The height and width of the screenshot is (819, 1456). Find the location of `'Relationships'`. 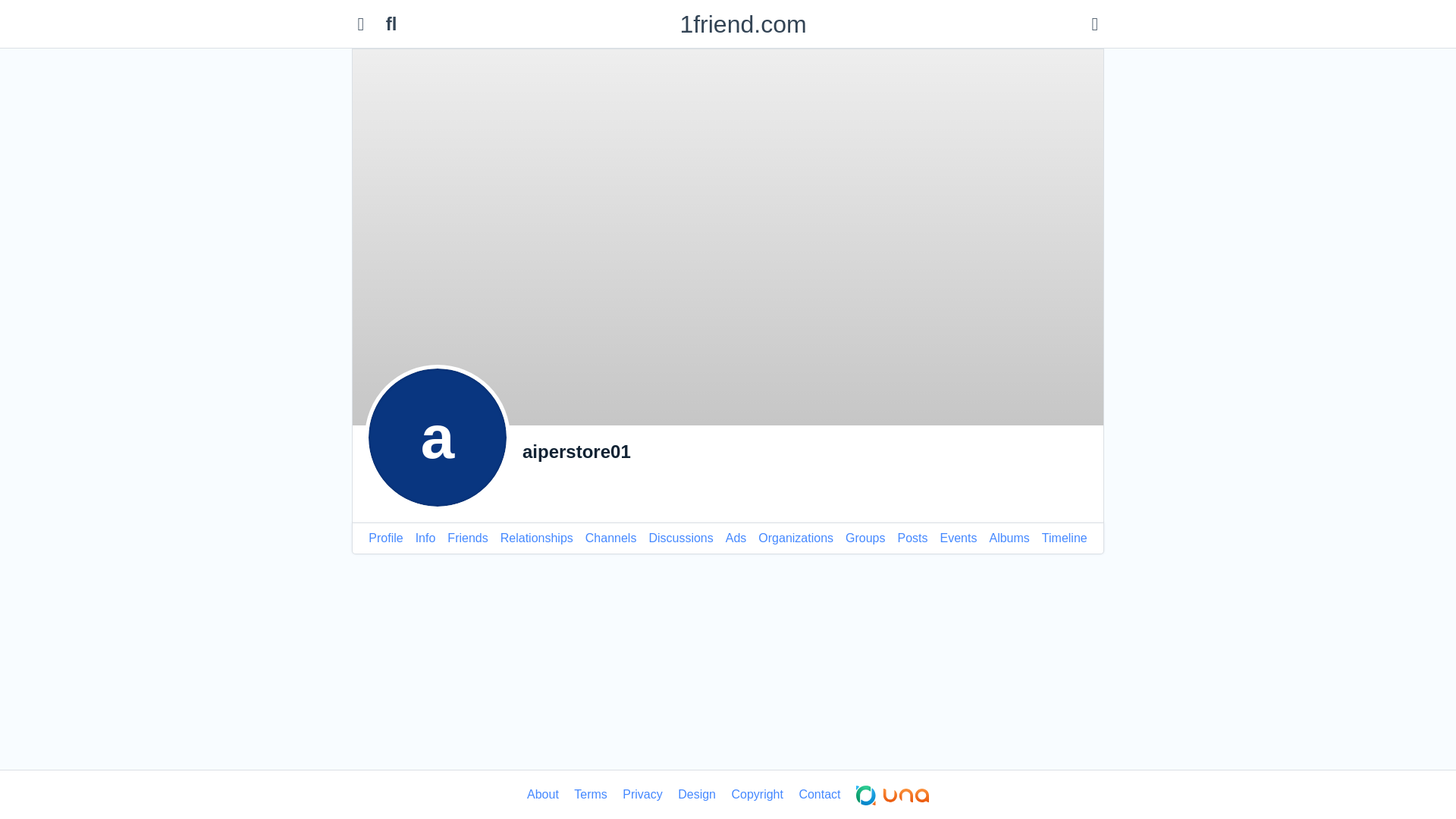

'Relationships' is located at coordinates (500, 537).